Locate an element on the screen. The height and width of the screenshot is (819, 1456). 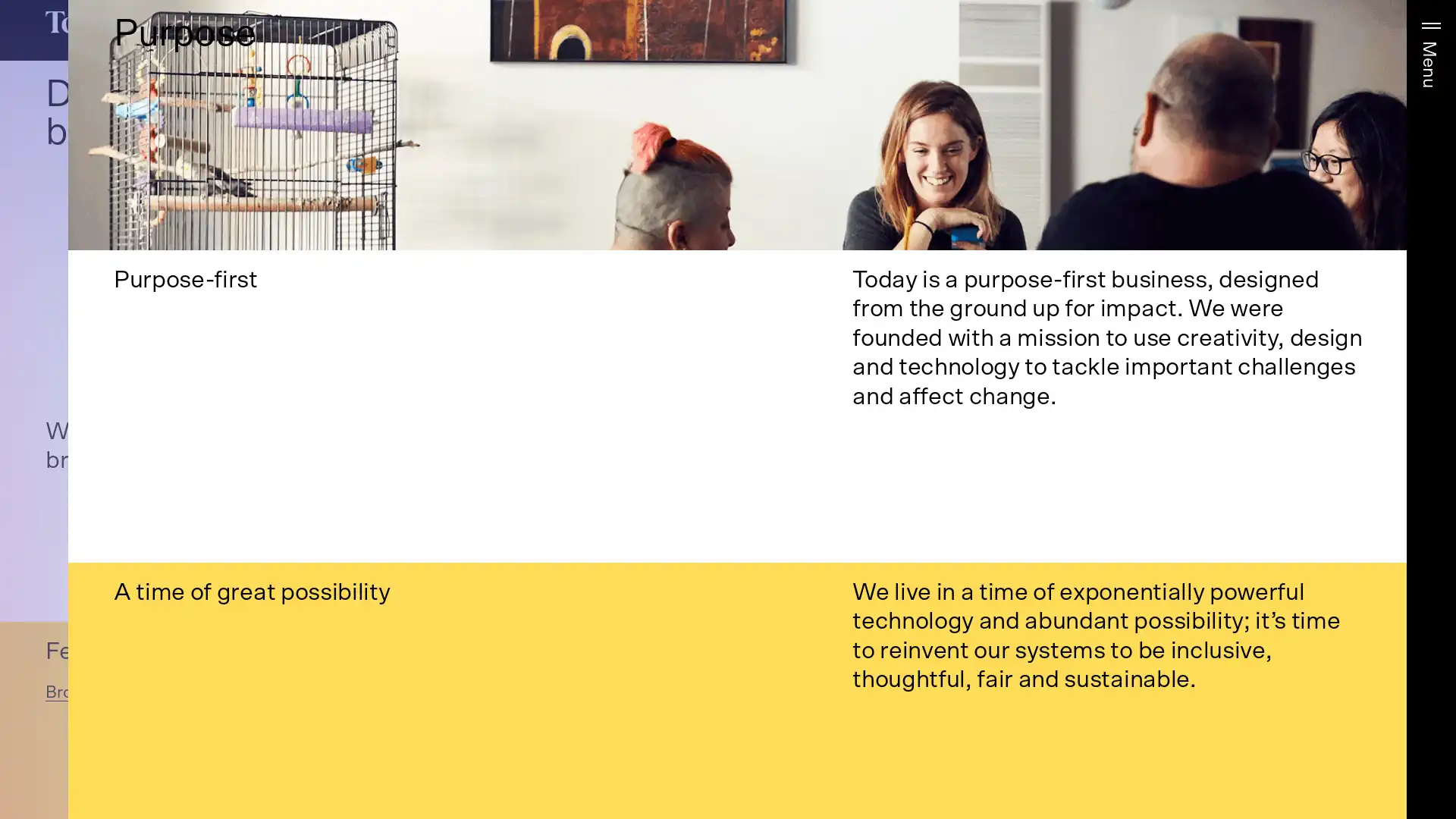
More is located at coordinates (1376, 24).